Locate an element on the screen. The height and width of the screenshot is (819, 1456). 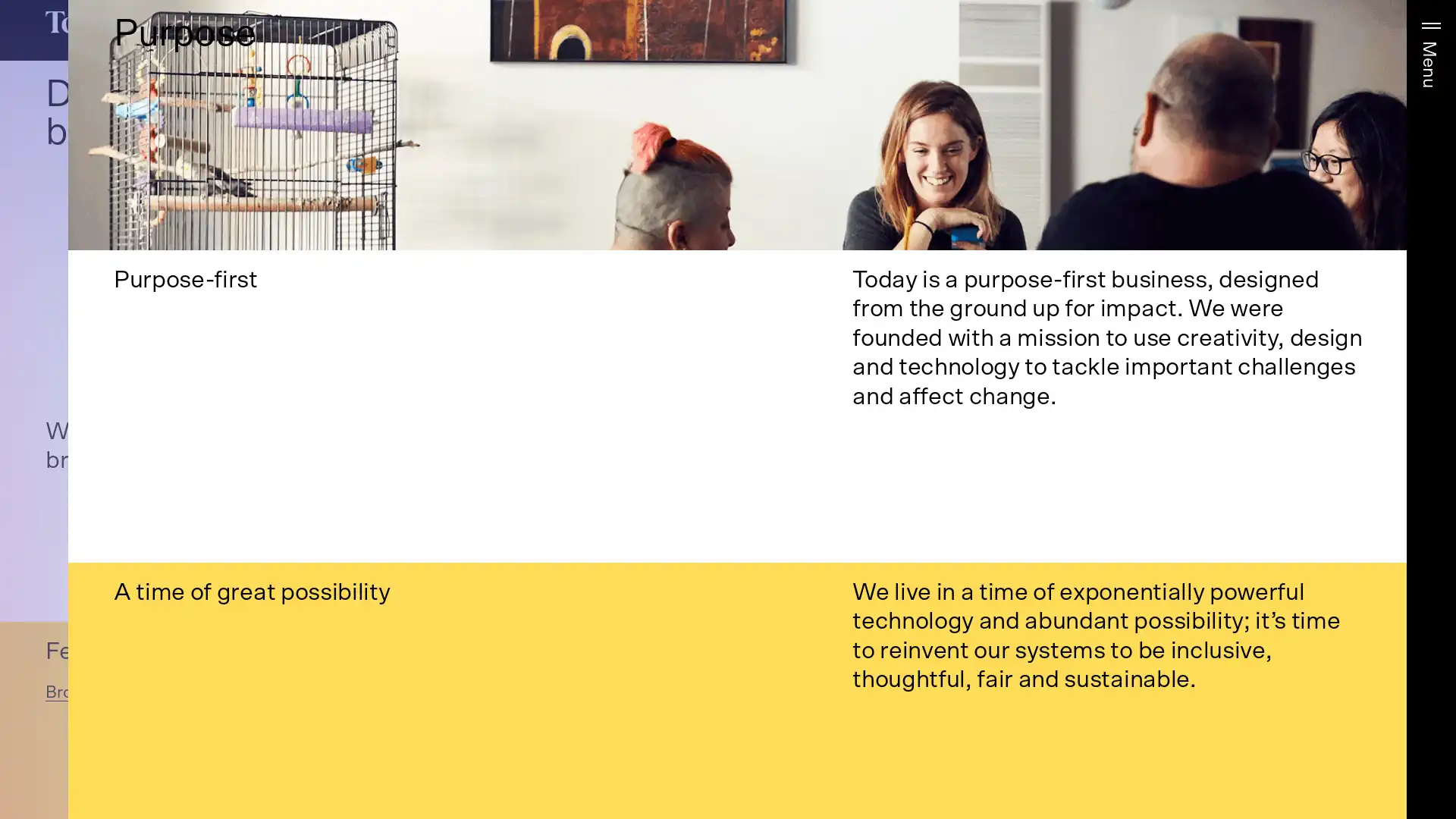
More is located at coordinates (1376, 24).